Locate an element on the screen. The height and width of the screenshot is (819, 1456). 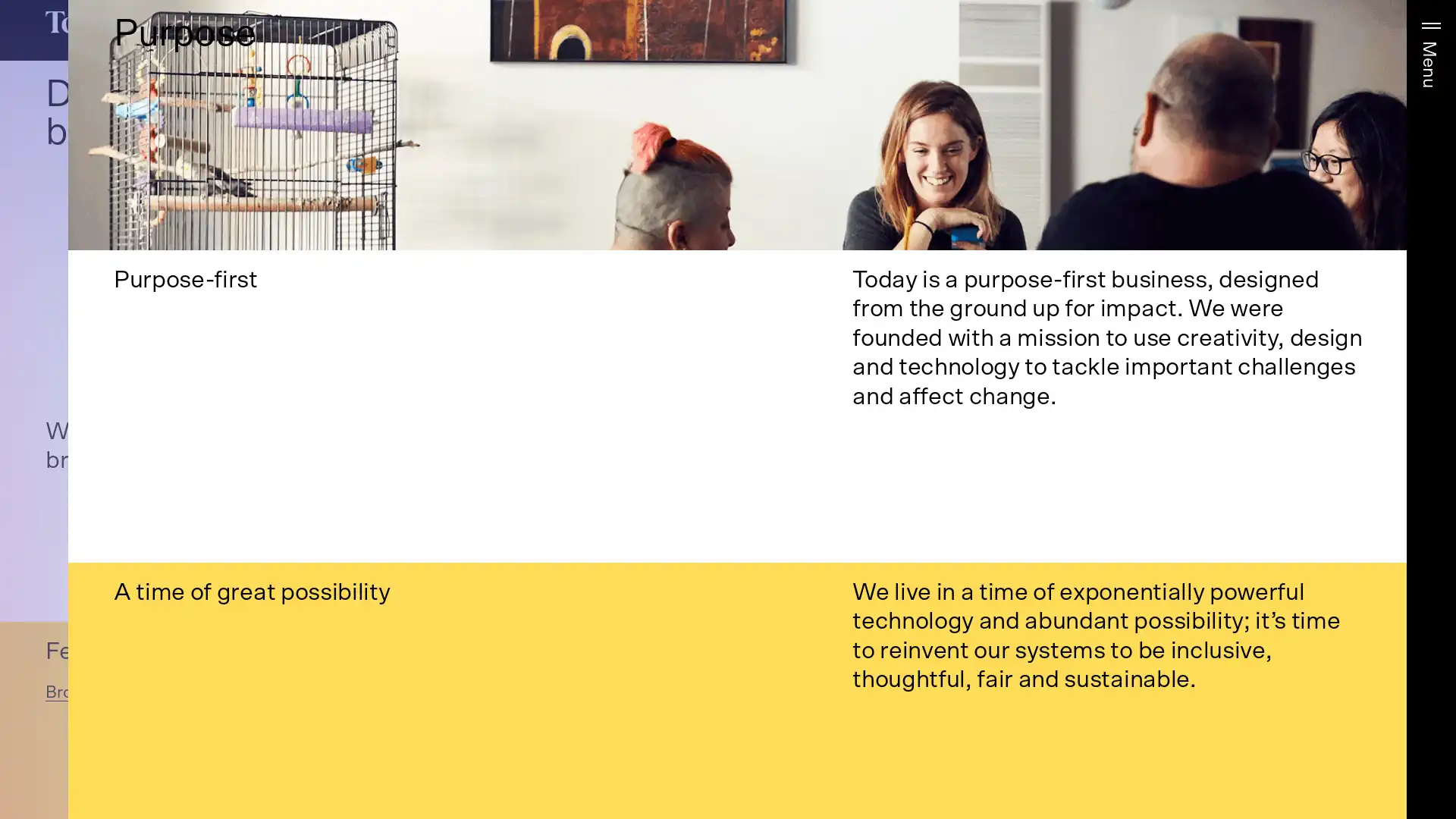
More is located at coordinates (1376, 24).